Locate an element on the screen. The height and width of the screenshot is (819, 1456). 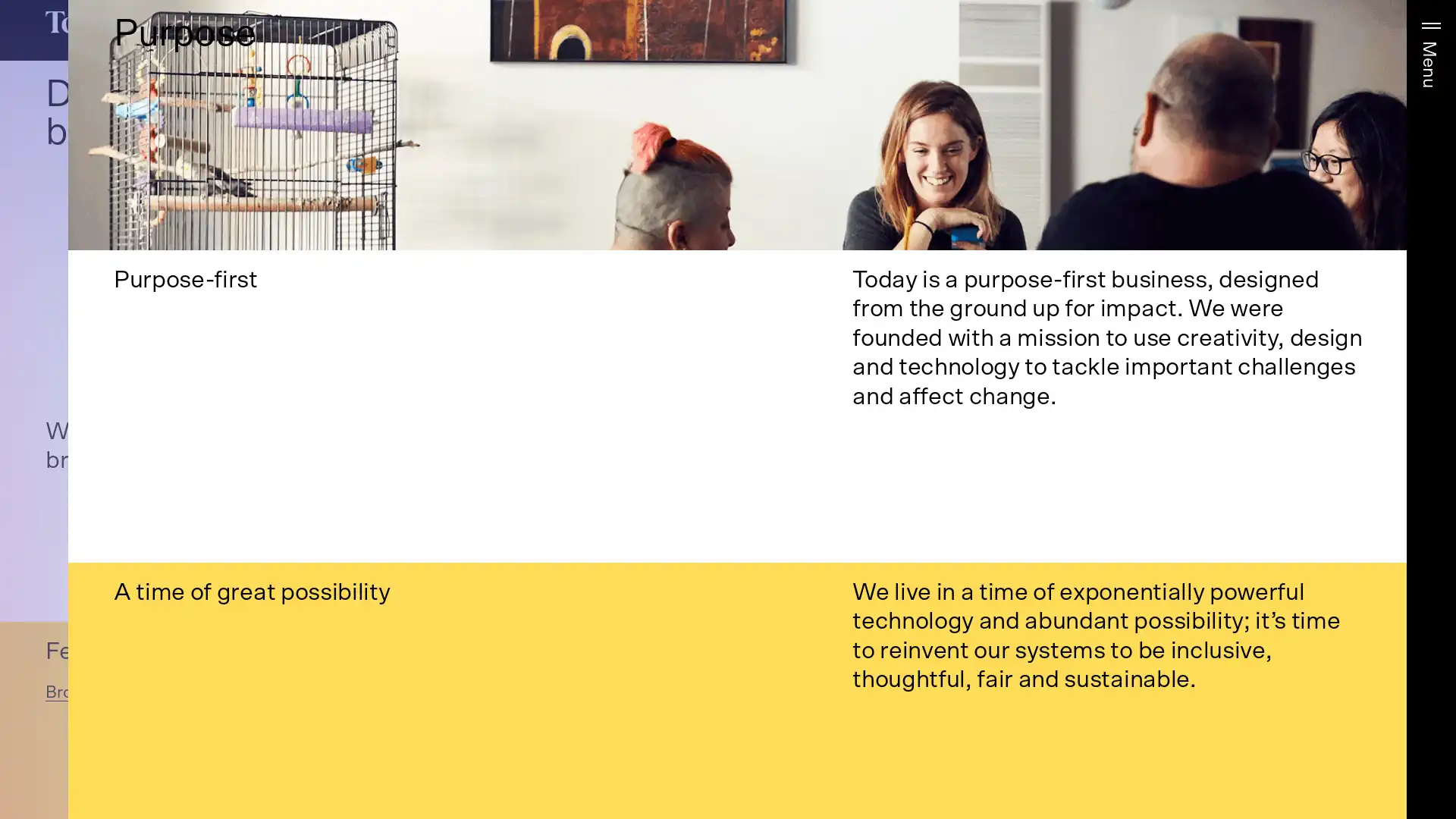
More is located at coordinates (1376, 24).